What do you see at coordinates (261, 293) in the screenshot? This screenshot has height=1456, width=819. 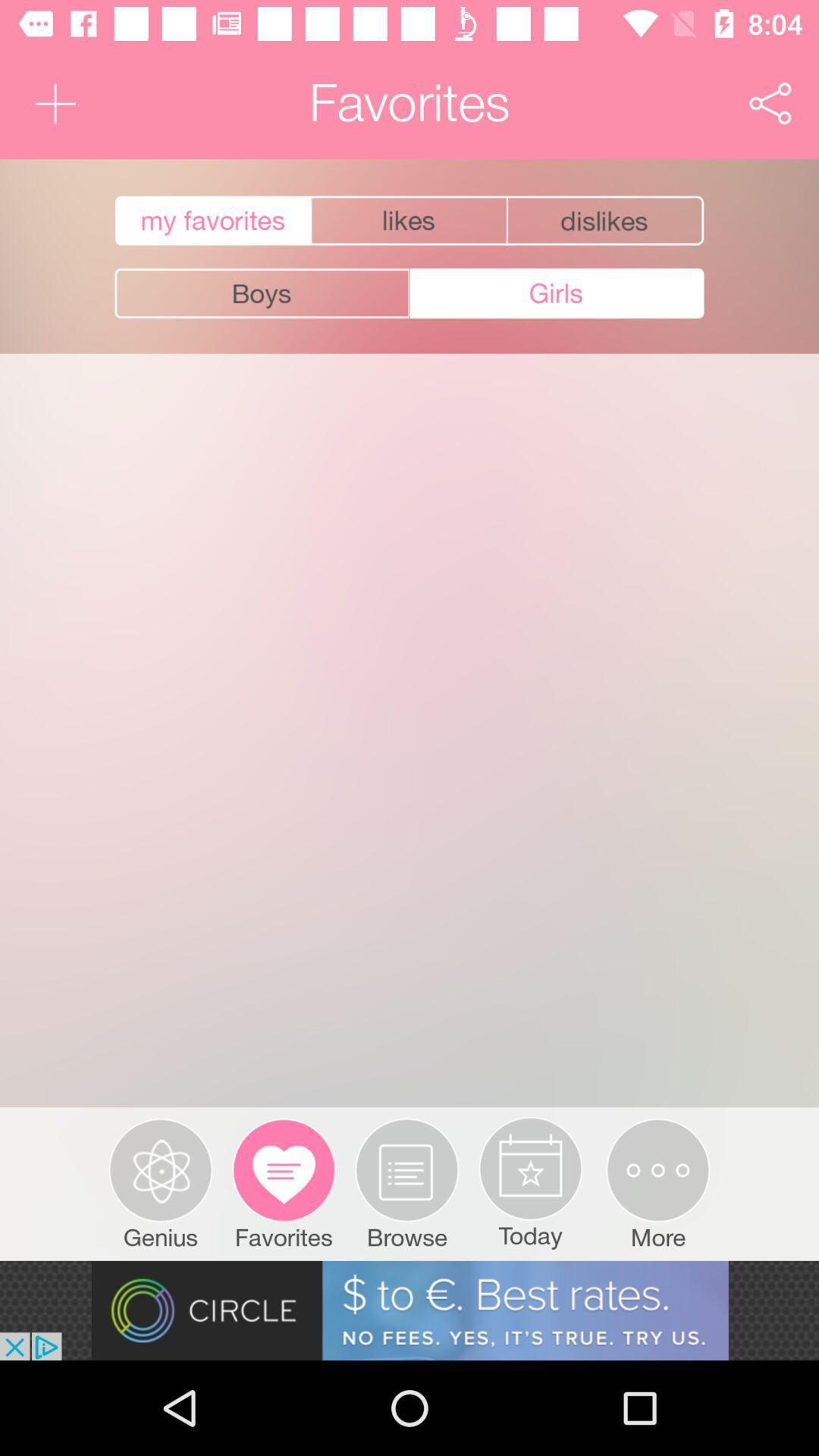 I see `boys button` at bounding box center [261, 293].